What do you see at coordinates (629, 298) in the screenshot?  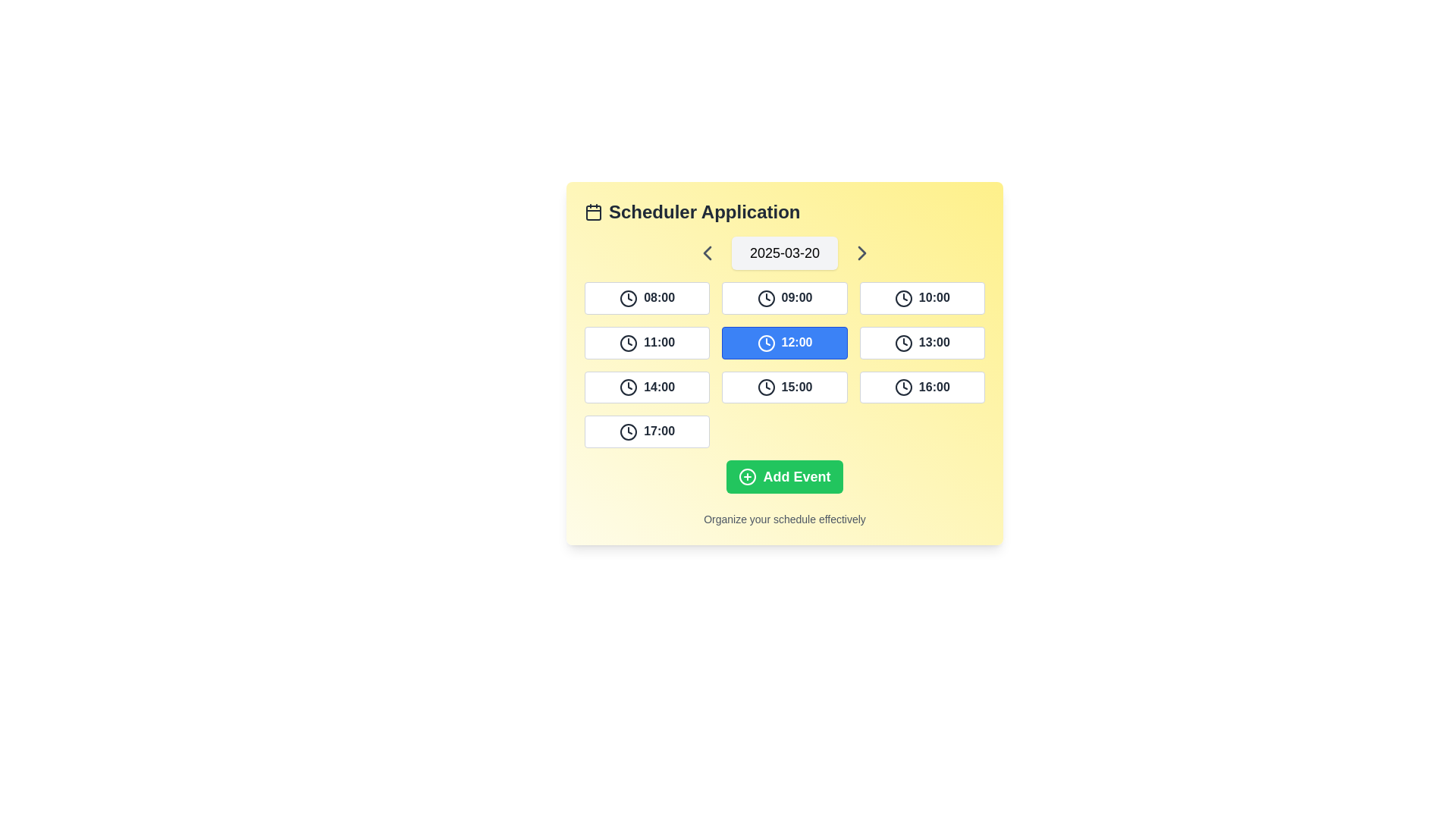 I see `the decorative icon associated with the time slot for '08:00', which is located at the top-left corner of the button in the Scheduler Application grid` at bounding box center [629, 298].